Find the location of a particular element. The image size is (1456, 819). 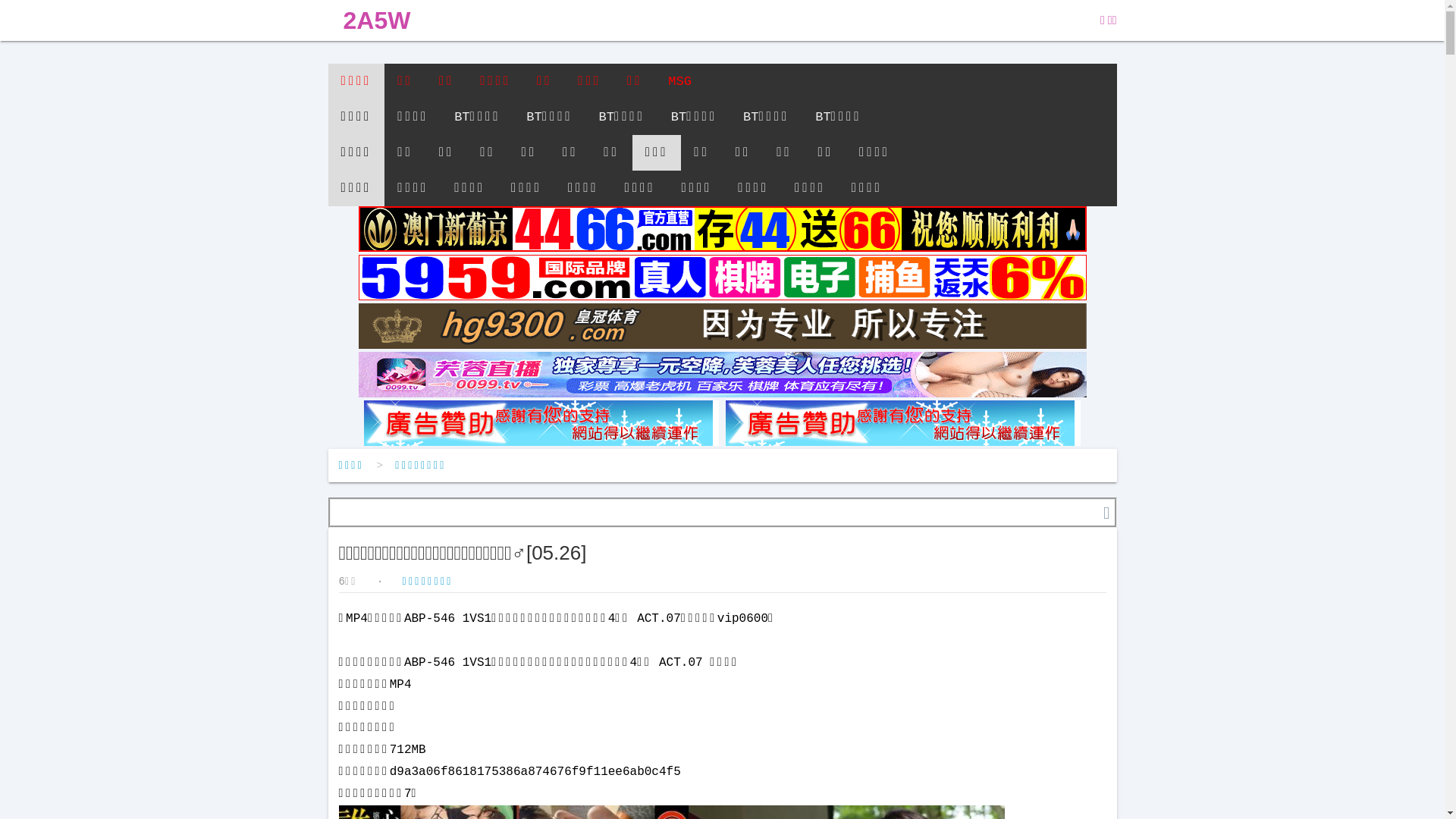

'2A5W' is located at coordinates (376, 20).